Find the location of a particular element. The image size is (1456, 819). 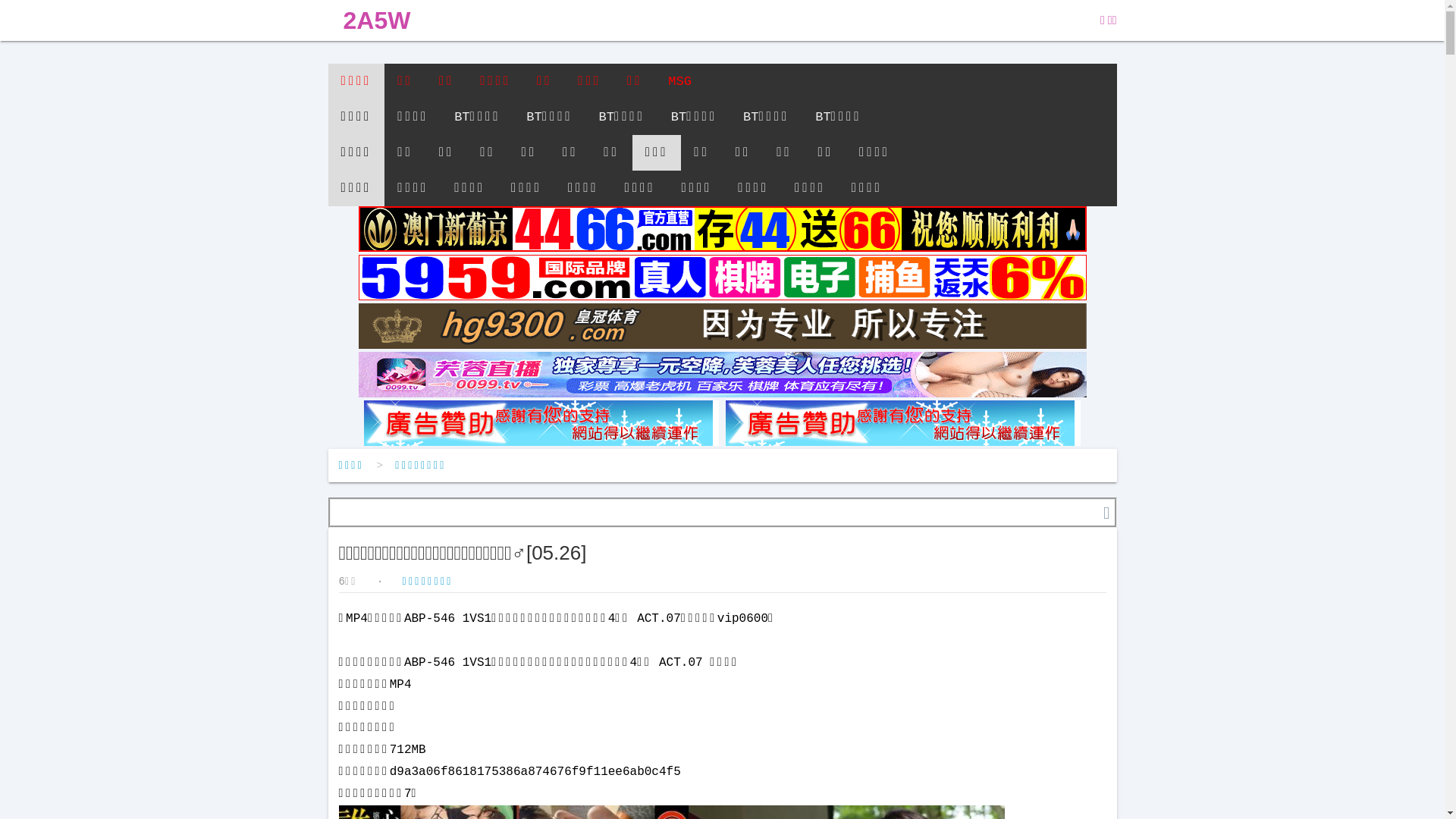

'2A5W' is located at coordinates (376, 20).